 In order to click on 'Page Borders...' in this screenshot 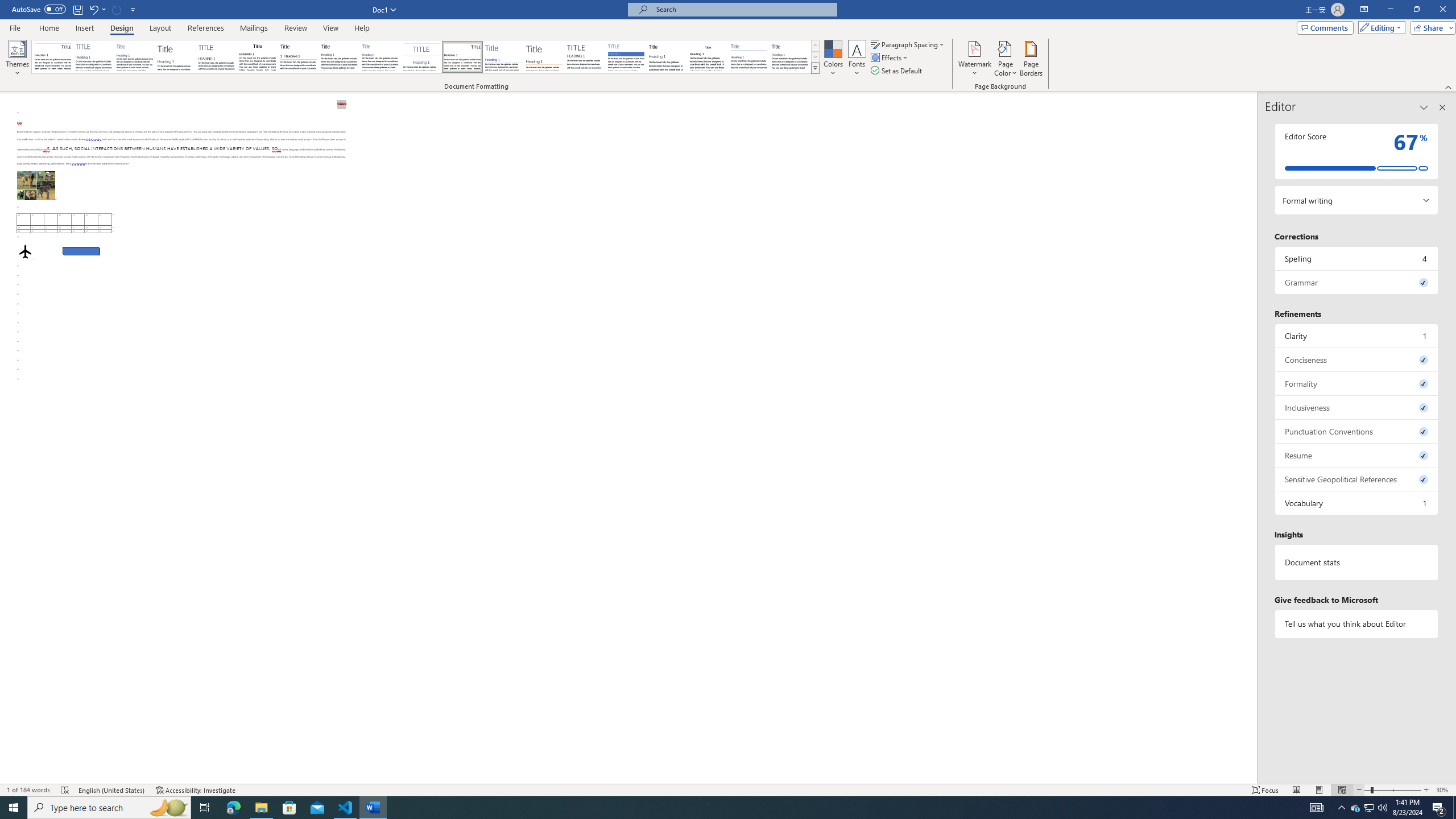, I will do `click(1031, 59)`.